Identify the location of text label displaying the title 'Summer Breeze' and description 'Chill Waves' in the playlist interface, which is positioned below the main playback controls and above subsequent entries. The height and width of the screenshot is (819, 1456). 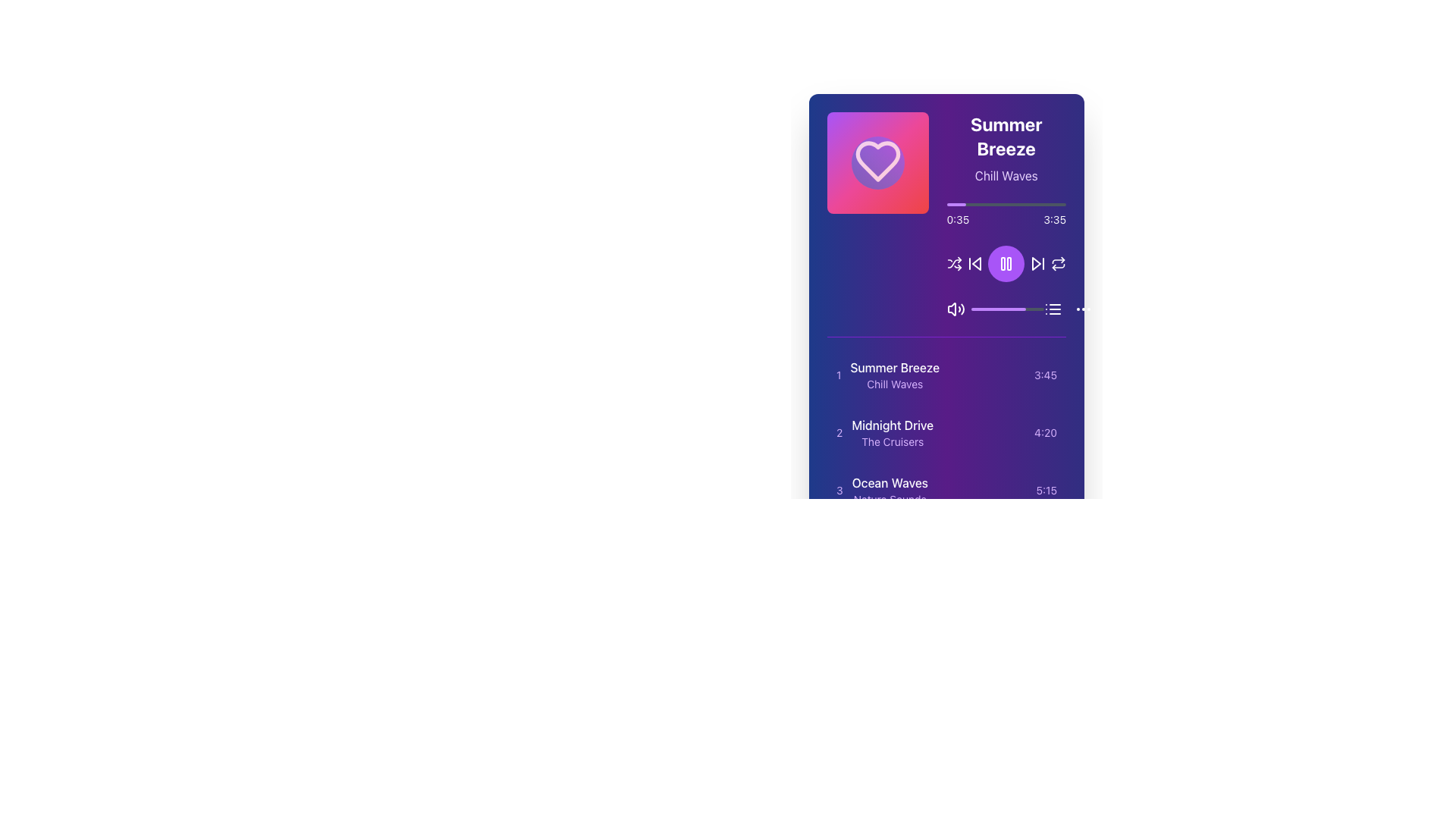
(895, 375).